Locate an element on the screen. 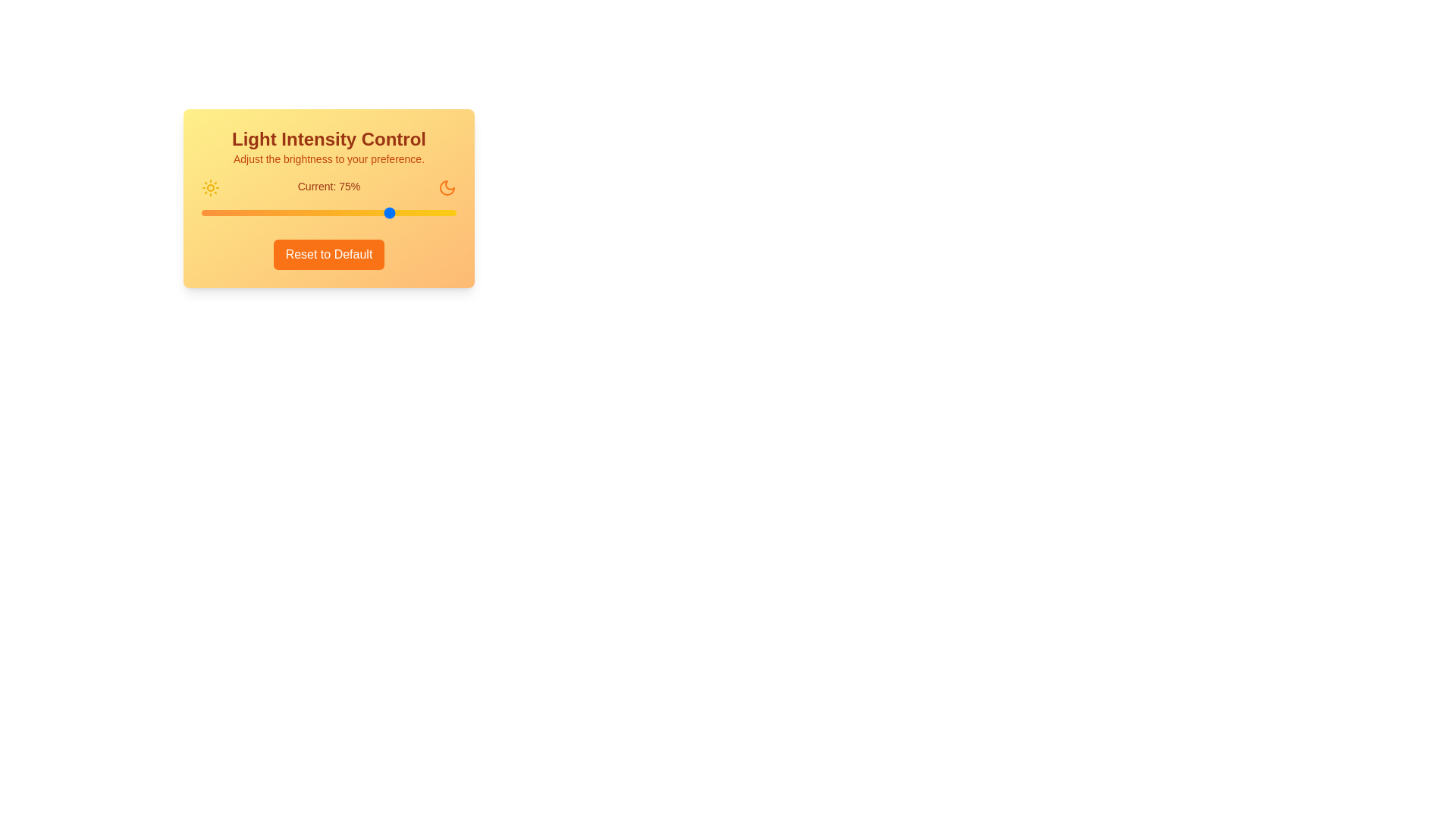  the light intensity to 74% by interacting with the slider is located at coordinates (390, 213).